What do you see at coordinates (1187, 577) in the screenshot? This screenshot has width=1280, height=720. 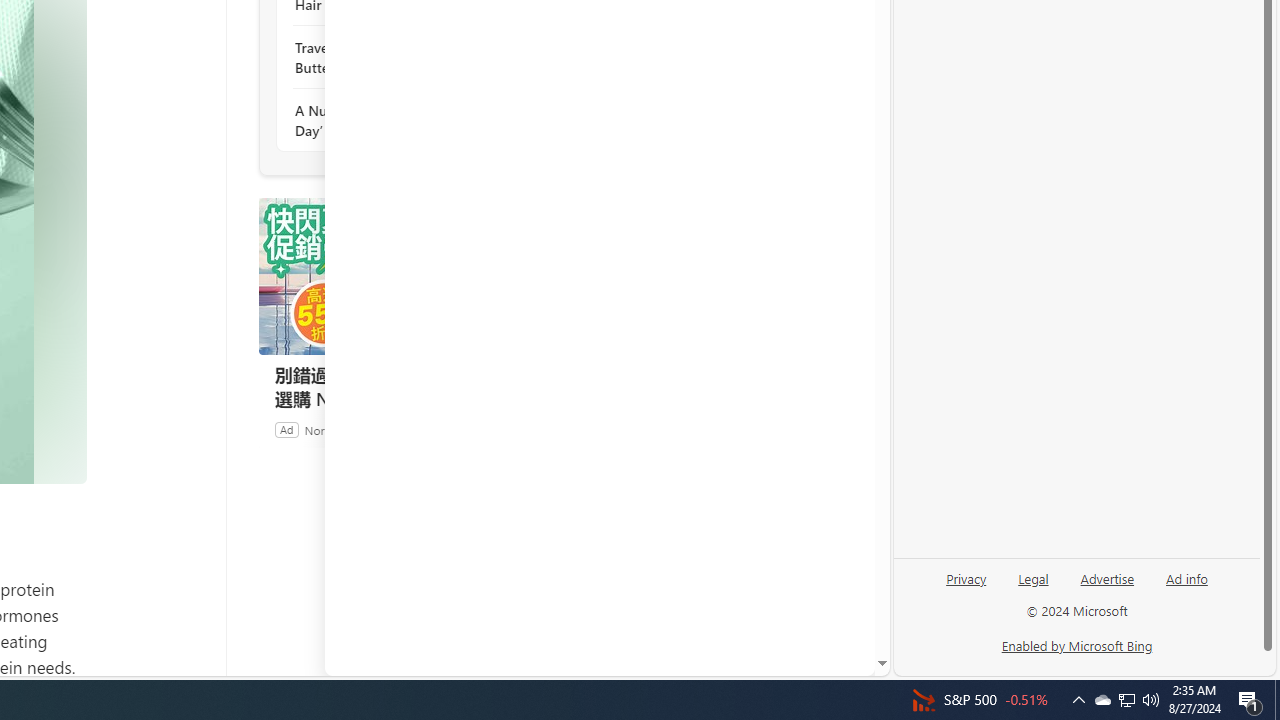 I see `'Ad info'` at bounding box center [1187, 577].